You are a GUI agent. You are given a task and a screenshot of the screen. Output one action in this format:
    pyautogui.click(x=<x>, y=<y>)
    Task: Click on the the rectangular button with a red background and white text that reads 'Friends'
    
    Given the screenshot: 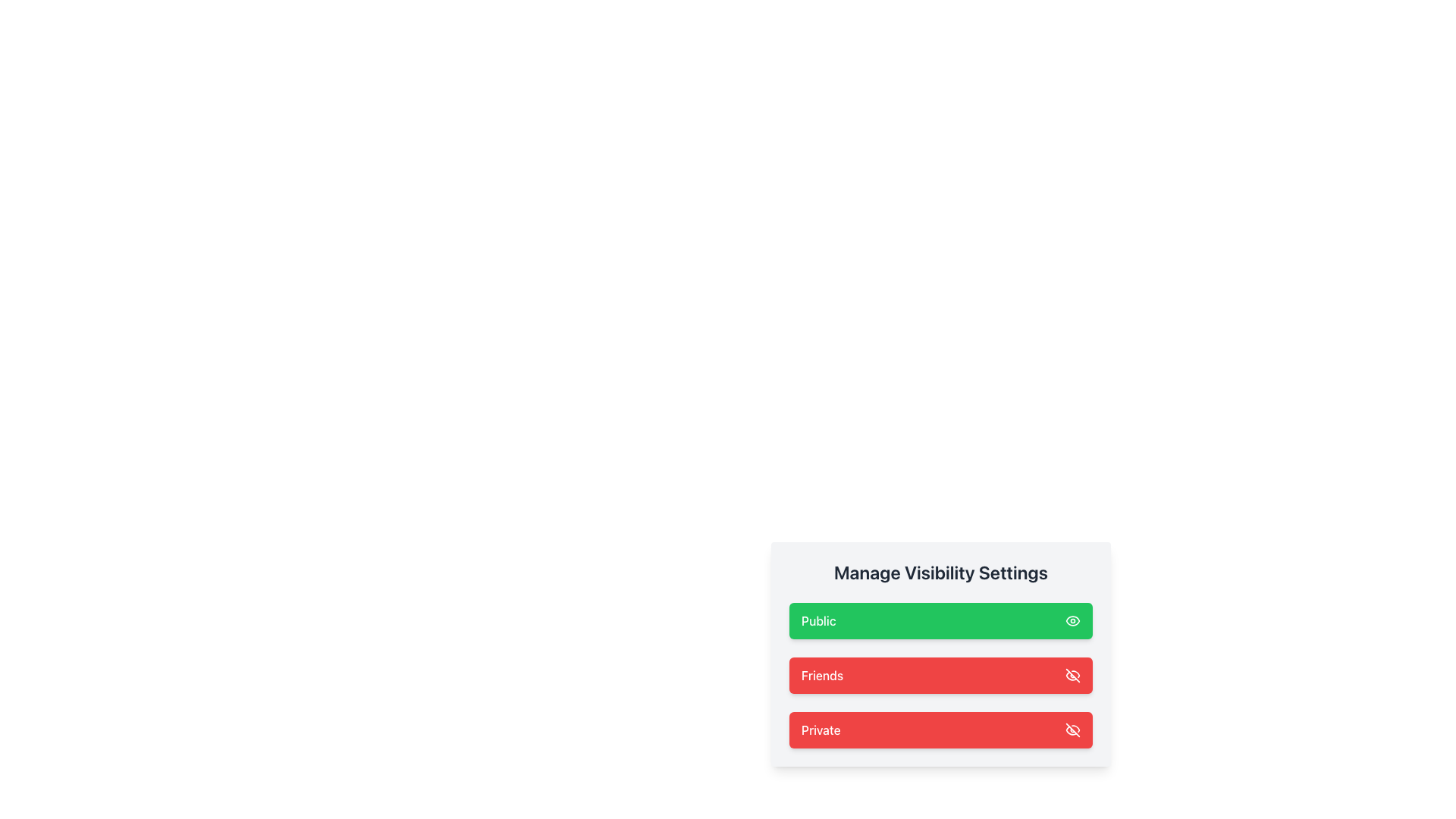 What is the action you would take?
    pyautogui.click(x=940, y=675)
    